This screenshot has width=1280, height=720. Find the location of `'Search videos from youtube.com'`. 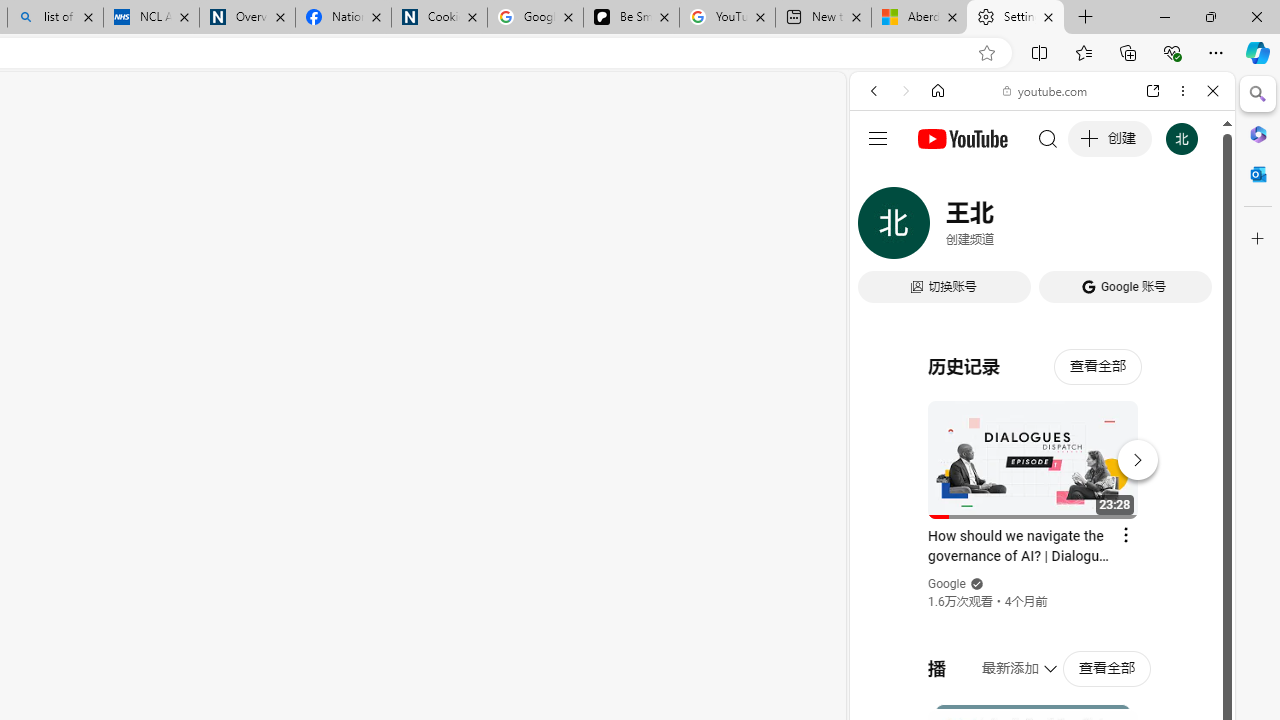

'Search videos from youtube.com' is located at coordinates (1006, 658).